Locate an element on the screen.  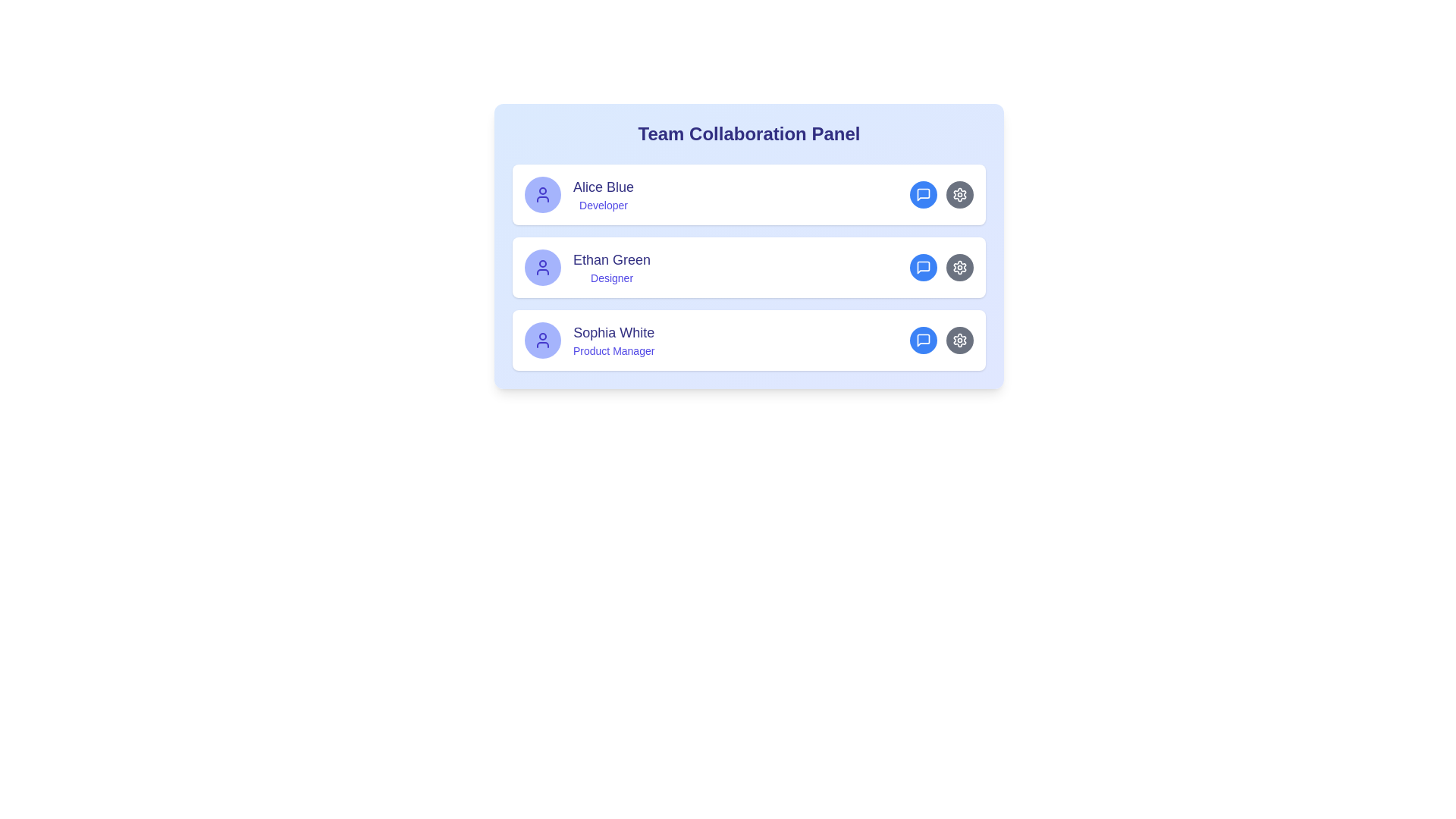
the user profile card for 'Alice Blue', which features a circular avatar on the left and displays the name 'Alice Blue' in large, bold font and the role 'Developer' in smaller, italicized font, to associate the profile details with other interface elements is located at coordinates (578, 194).